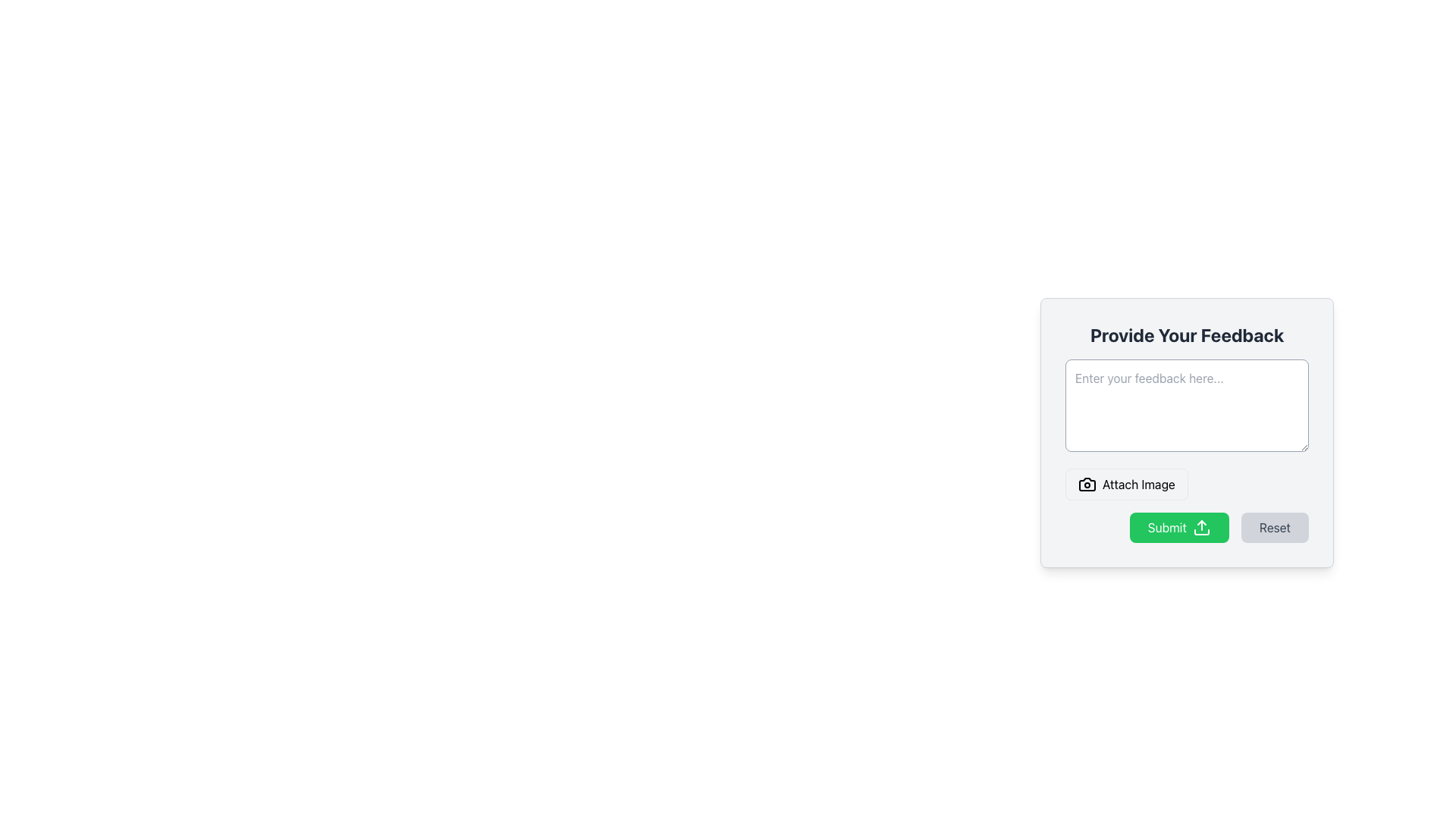 This screenshot has width=1456, height=819. What do you see at coordinates (1200, 526) in the screenshot?
I see `the Upload Indicator icon located inside the green 'Submit' button, positioned to the right of the text 'Submit', to interact with the associated button` at bounding box center [1200, 526].